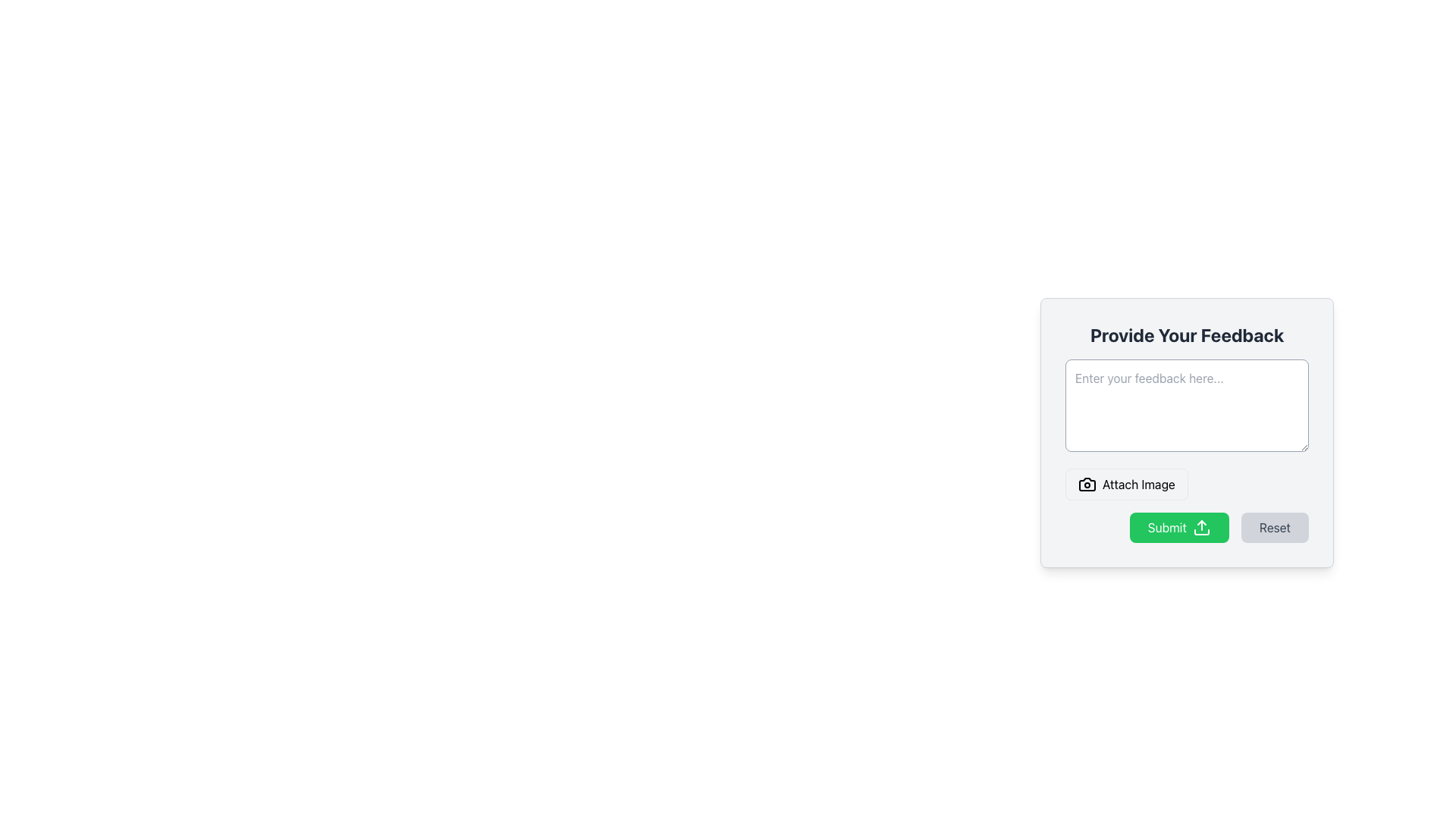 This screenshot has width=1456, height=819. What do you see at coordinates (1200, 526) in the screenshot?
I see `the Upload Indicator icon located inside the green 'Submit' button, positioned to the right of the text 'Submit', to interact with the associated button` at bounding box center [1200, 526].